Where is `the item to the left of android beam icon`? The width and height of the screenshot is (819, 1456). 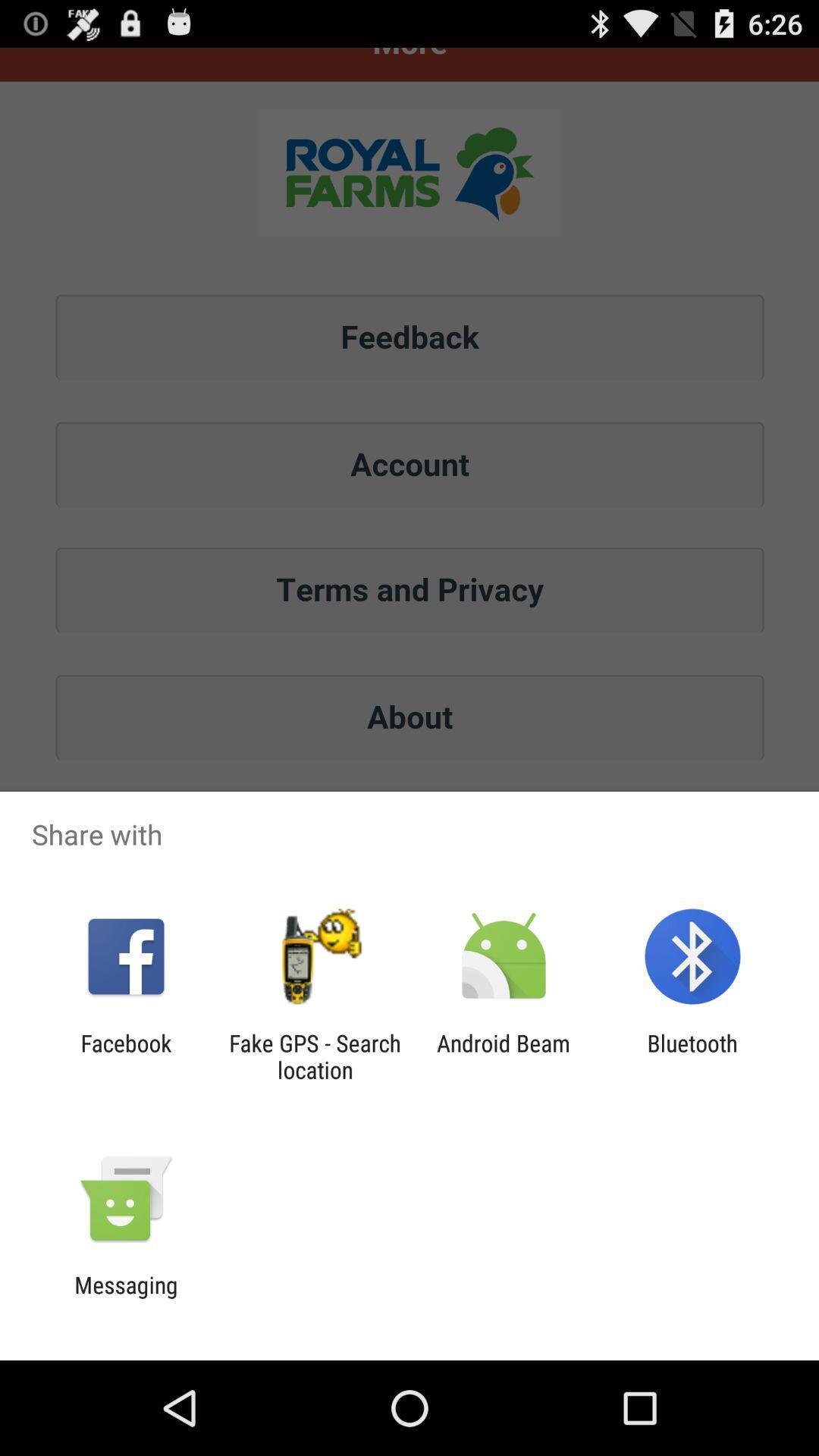 the item to the left of android beam icon is located at coordinates (314, 1056).